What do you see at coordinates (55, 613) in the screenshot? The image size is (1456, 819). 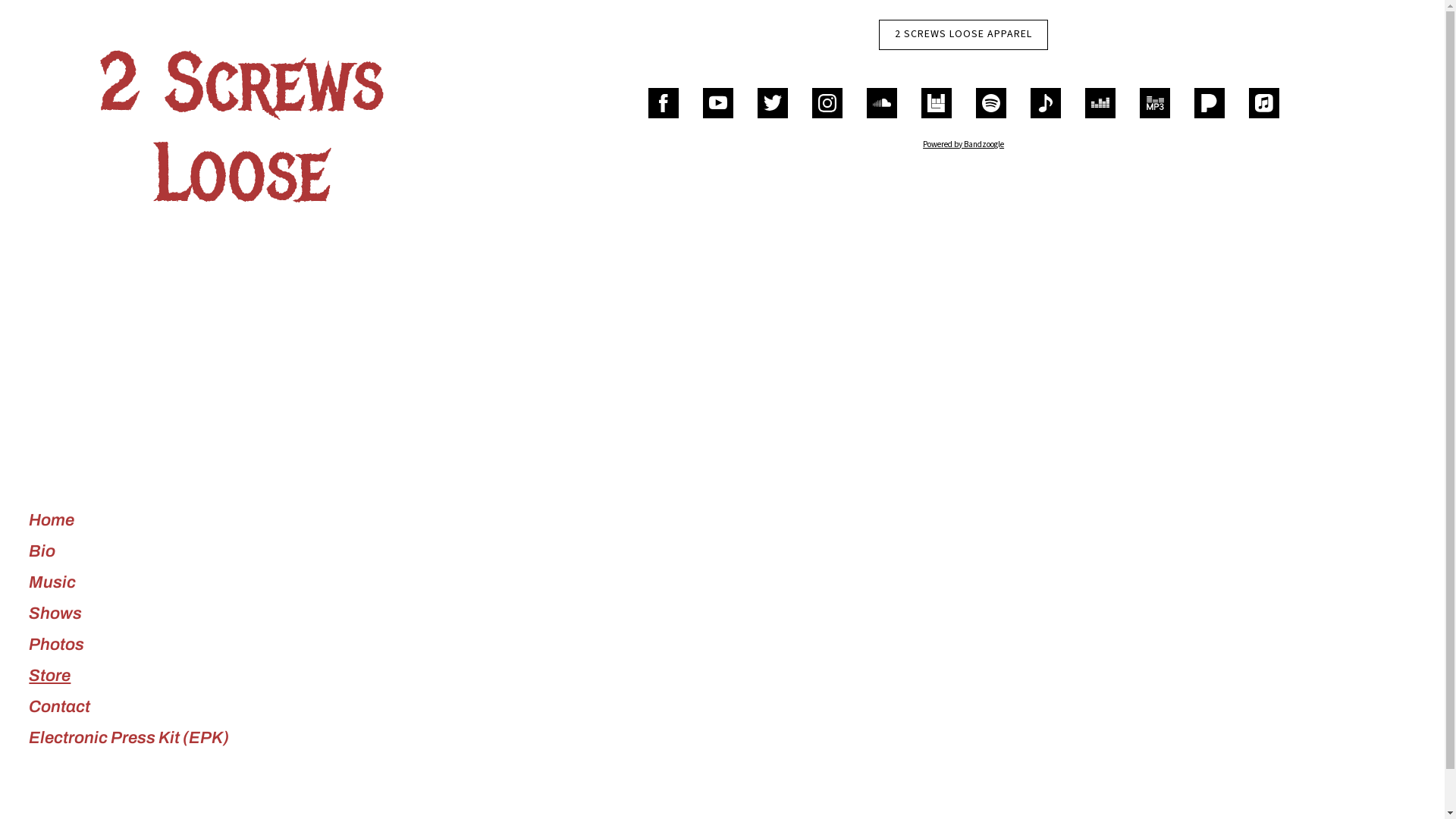 I see `'Shows'` at bounding box center [55, 613].